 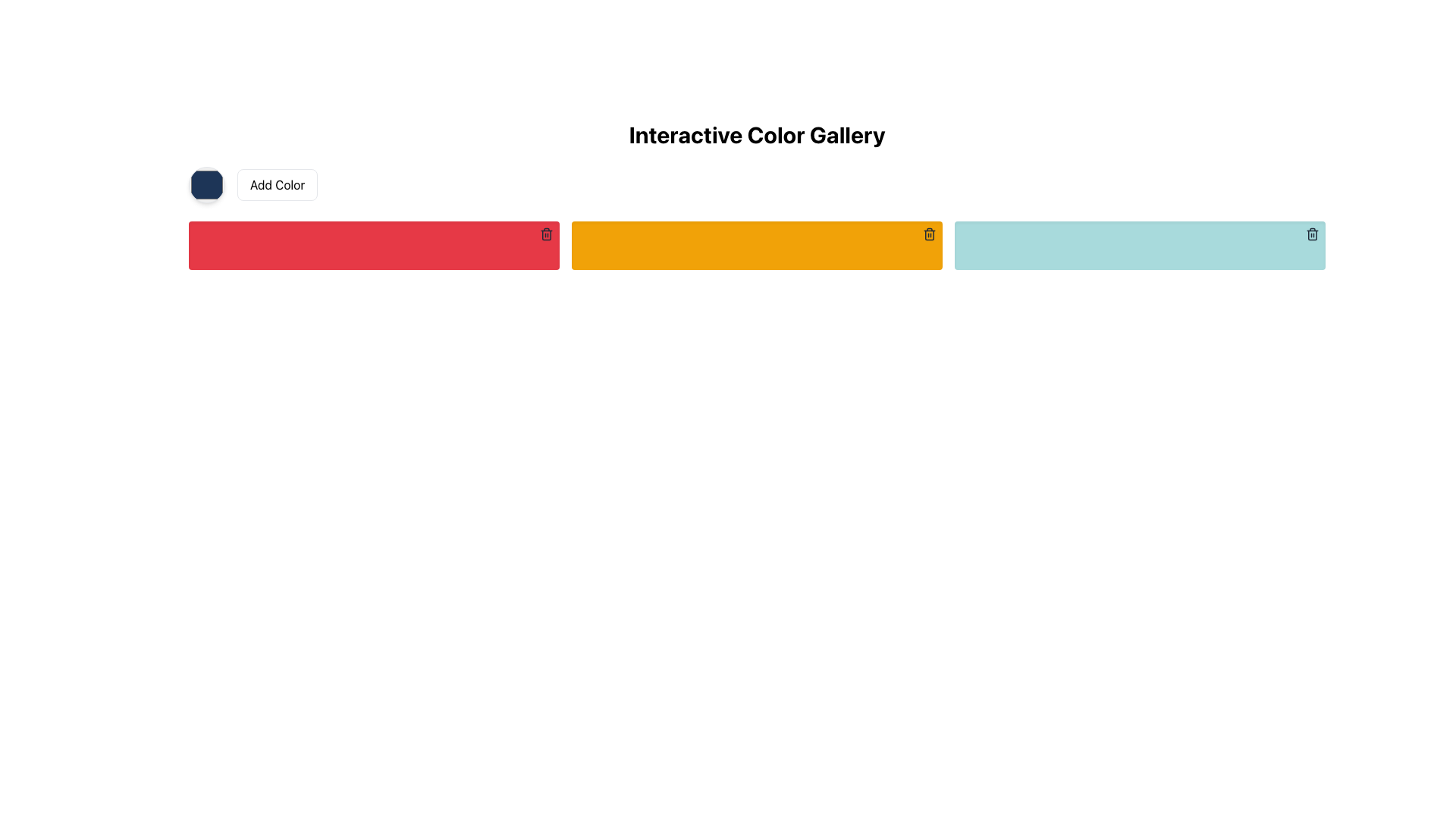 What do you see at coordinates (546, 234) in the screenshot?
I see `the delete button located at the top-right corner of the first red rectangular block` at bounding box center [546, 234].